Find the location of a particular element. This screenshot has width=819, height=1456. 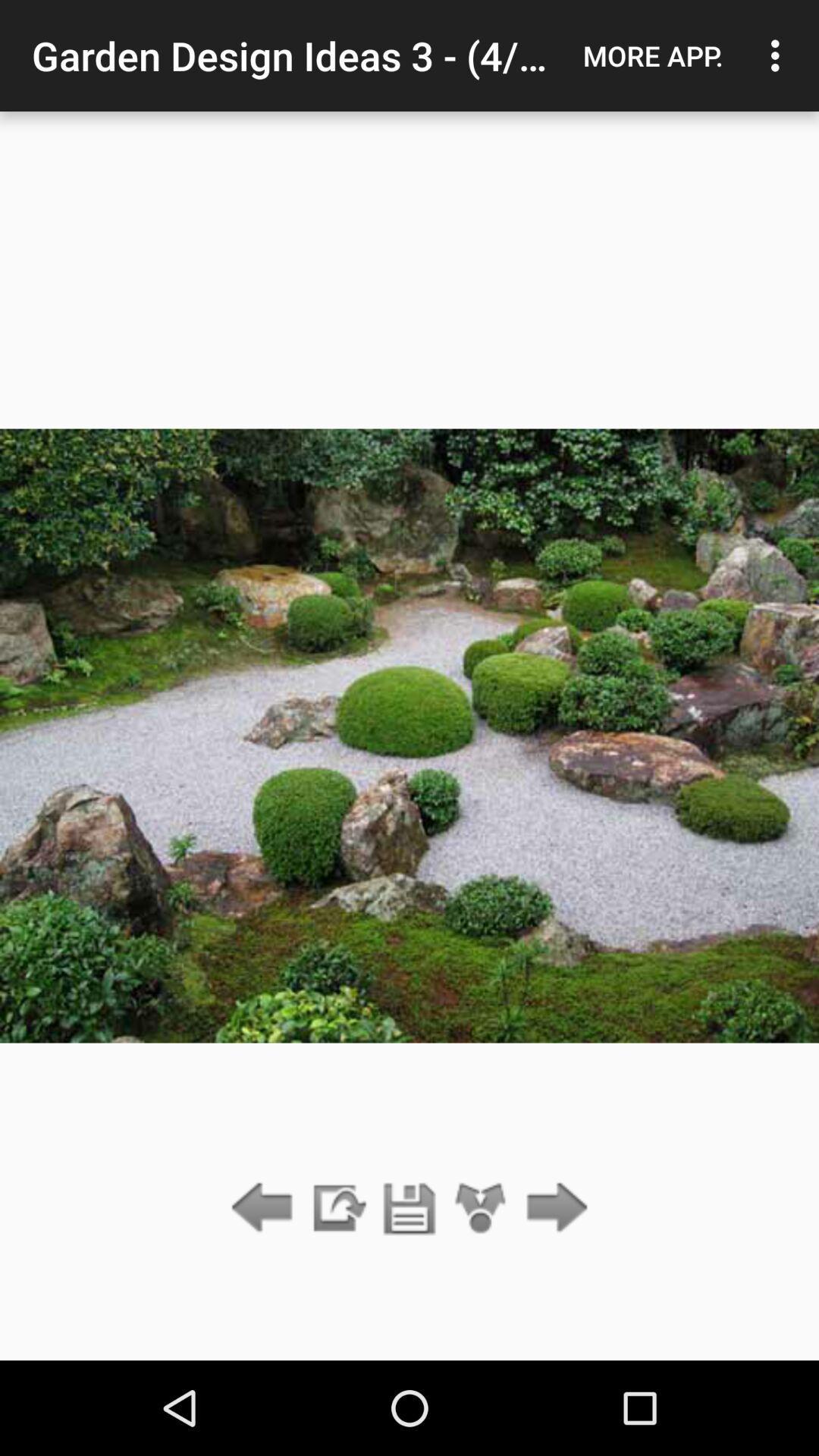

go slideshow is located at coordinates (337, 1208).